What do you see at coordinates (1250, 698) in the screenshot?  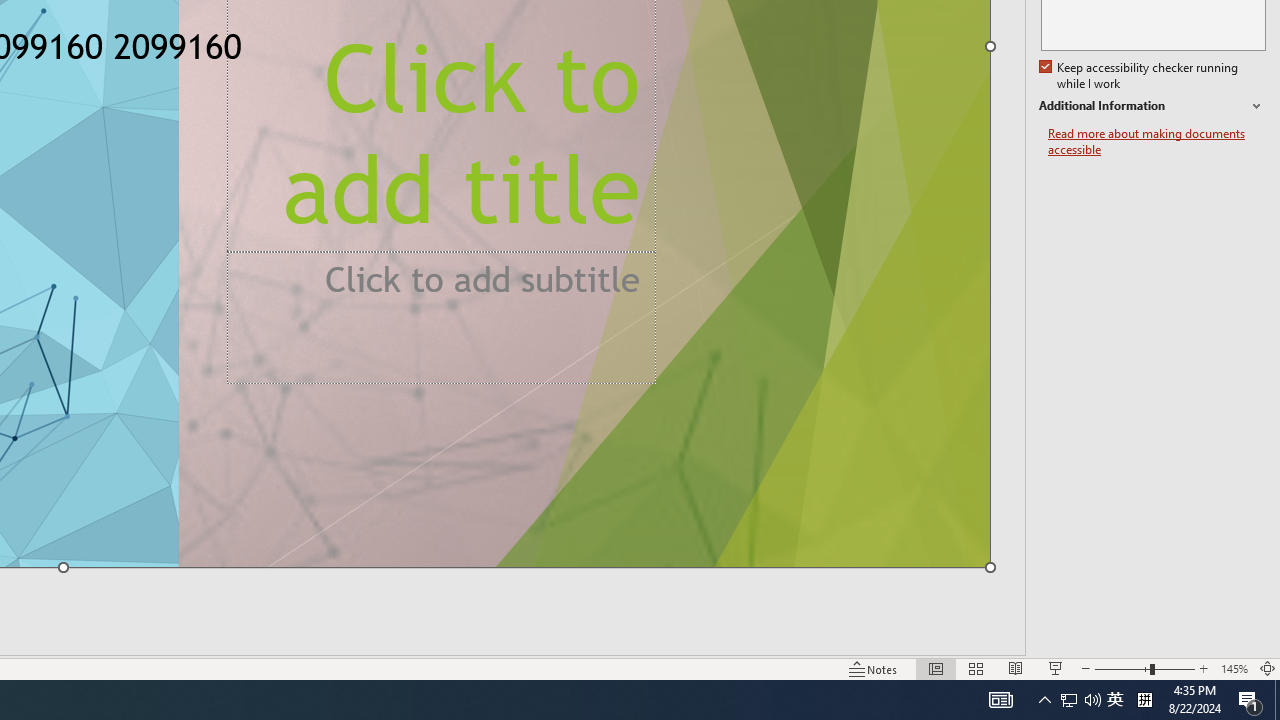 I see `'Action Center, 1 new notification'` at bounding box center [1250, 698].